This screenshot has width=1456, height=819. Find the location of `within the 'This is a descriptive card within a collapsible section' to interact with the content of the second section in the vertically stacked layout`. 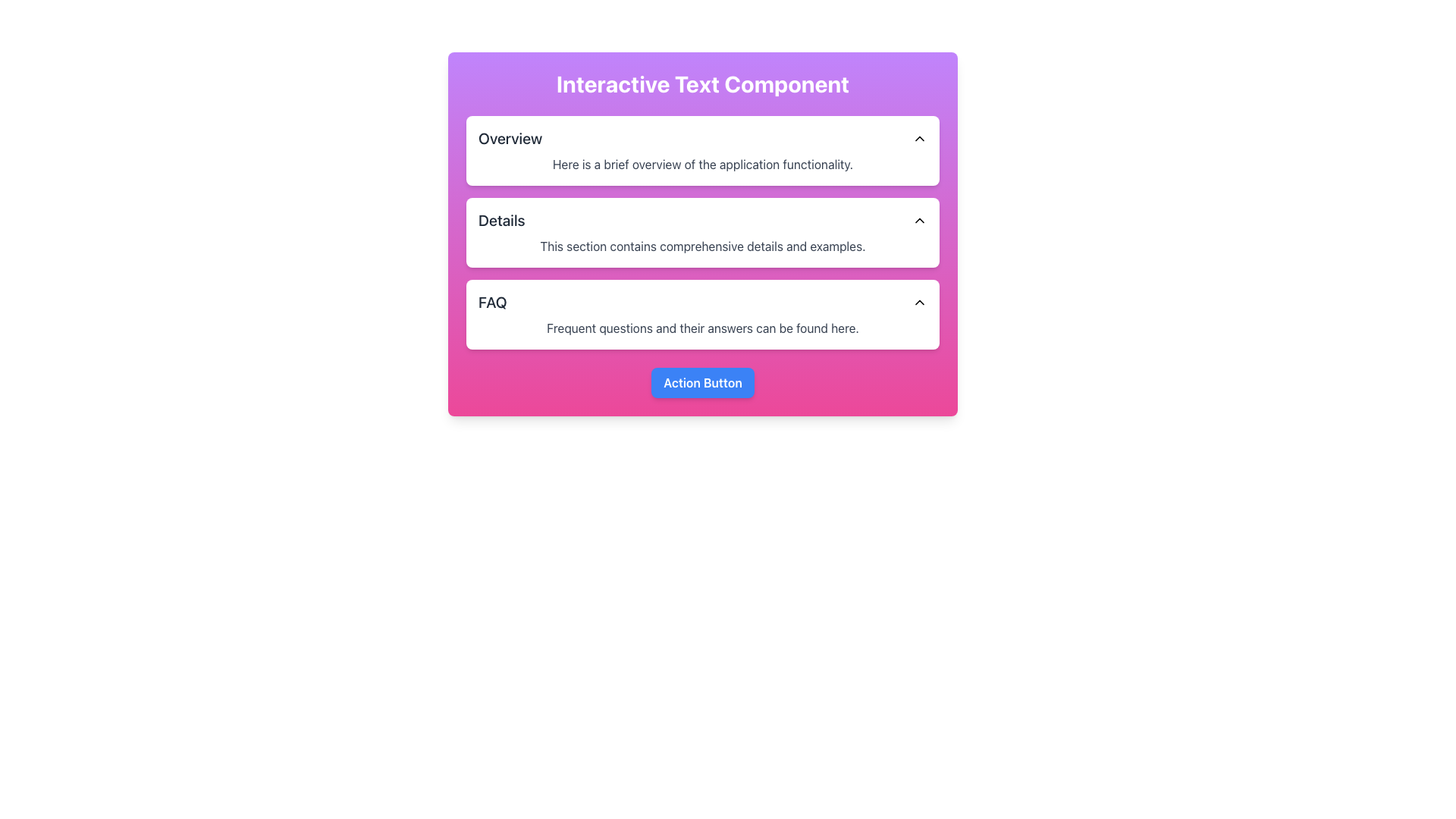

within the 'This is a descriptive card within a collapsible section' to interact with the content of the second section in the vertically stacked layout is located at coordinates (701, 233).